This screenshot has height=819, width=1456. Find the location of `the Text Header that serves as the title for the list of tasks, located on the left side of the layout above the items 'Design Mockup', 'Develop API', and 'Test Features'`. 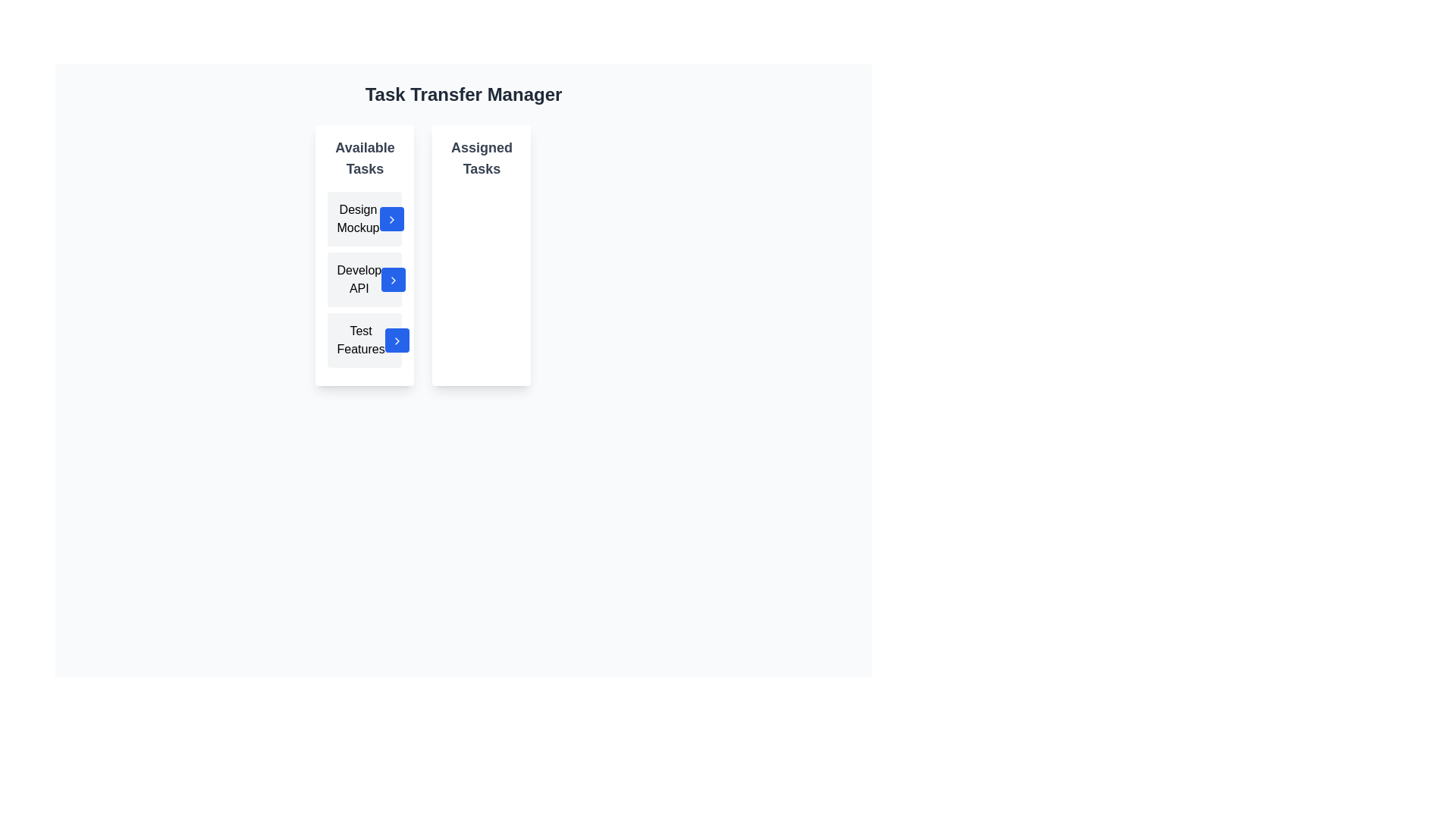

the Text Header that serves as the title for the list of tasks, located on the left side of the layout above the items 'Design Mockup', 'Develop API', and 'Test Features' is located at coordinates (365, 158).